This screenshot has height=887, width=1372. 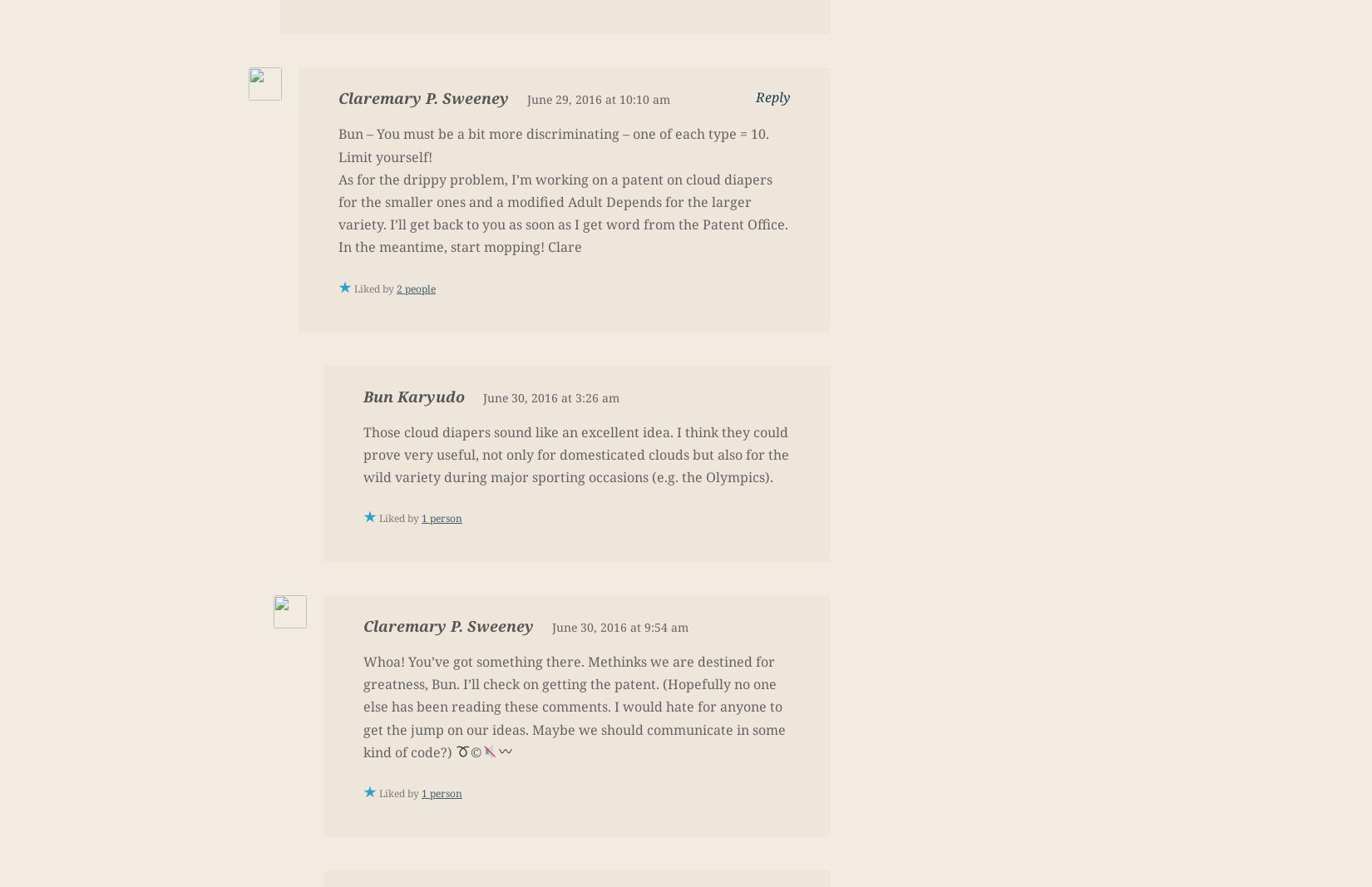 What do you see at coordinates (574, 705) in the screenshot?
I see `'Whoa! You’ve got something there. Methinks we are destined for greatness, Bun. I’ll check on getting the patent. (Hopefully no one else has been reading these comments. I would hate for anyone to get the jump on our ideas. Maybe we should communicate in some kind of code?)'` at bounding box center [574, 705].